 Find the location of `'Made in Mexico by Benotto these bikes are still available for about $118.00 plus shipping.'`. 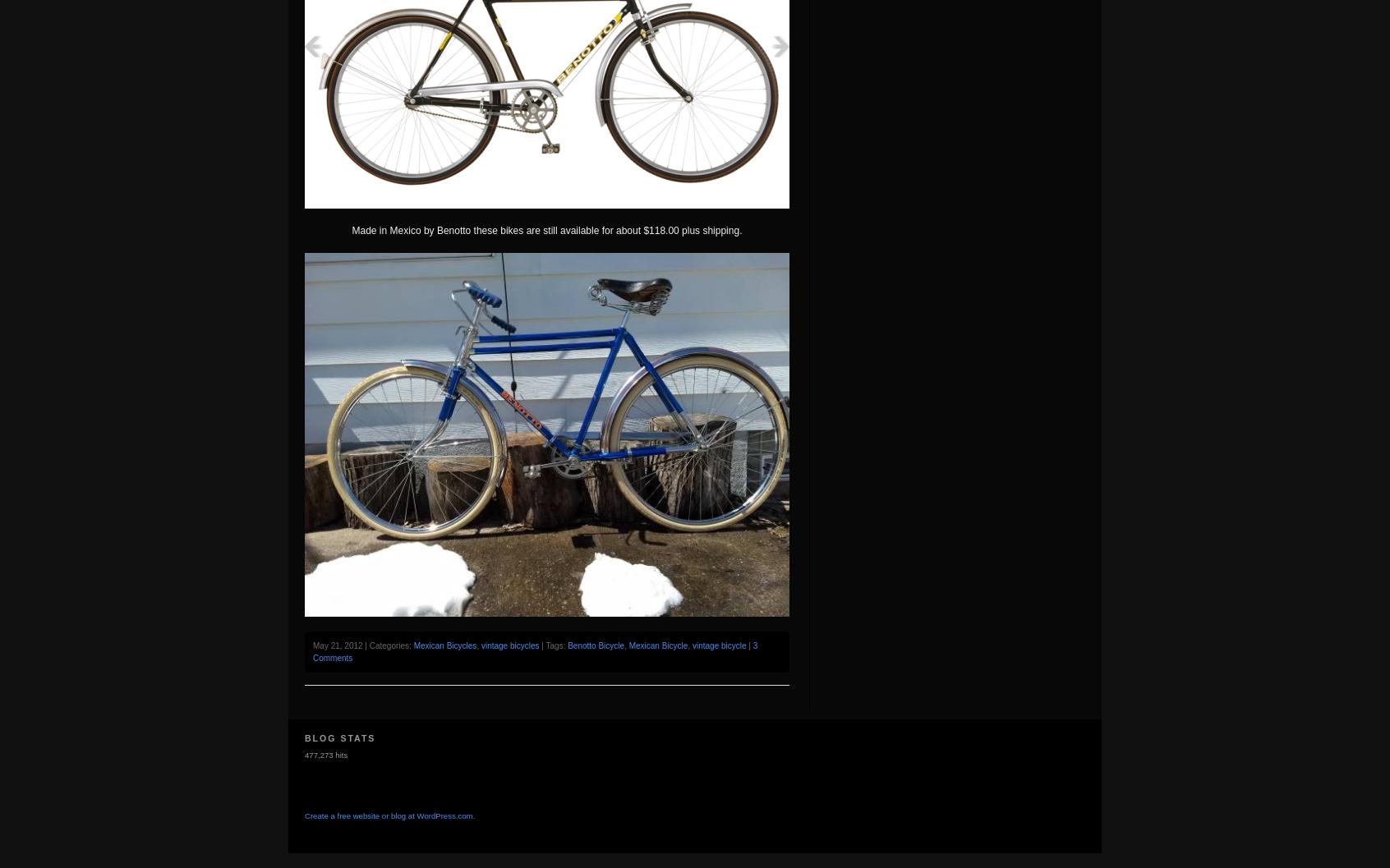

'Made in Mexico by Benotto these bikes are still available for about $118.00 plus shipping.' is located at coordinates (546, 229).